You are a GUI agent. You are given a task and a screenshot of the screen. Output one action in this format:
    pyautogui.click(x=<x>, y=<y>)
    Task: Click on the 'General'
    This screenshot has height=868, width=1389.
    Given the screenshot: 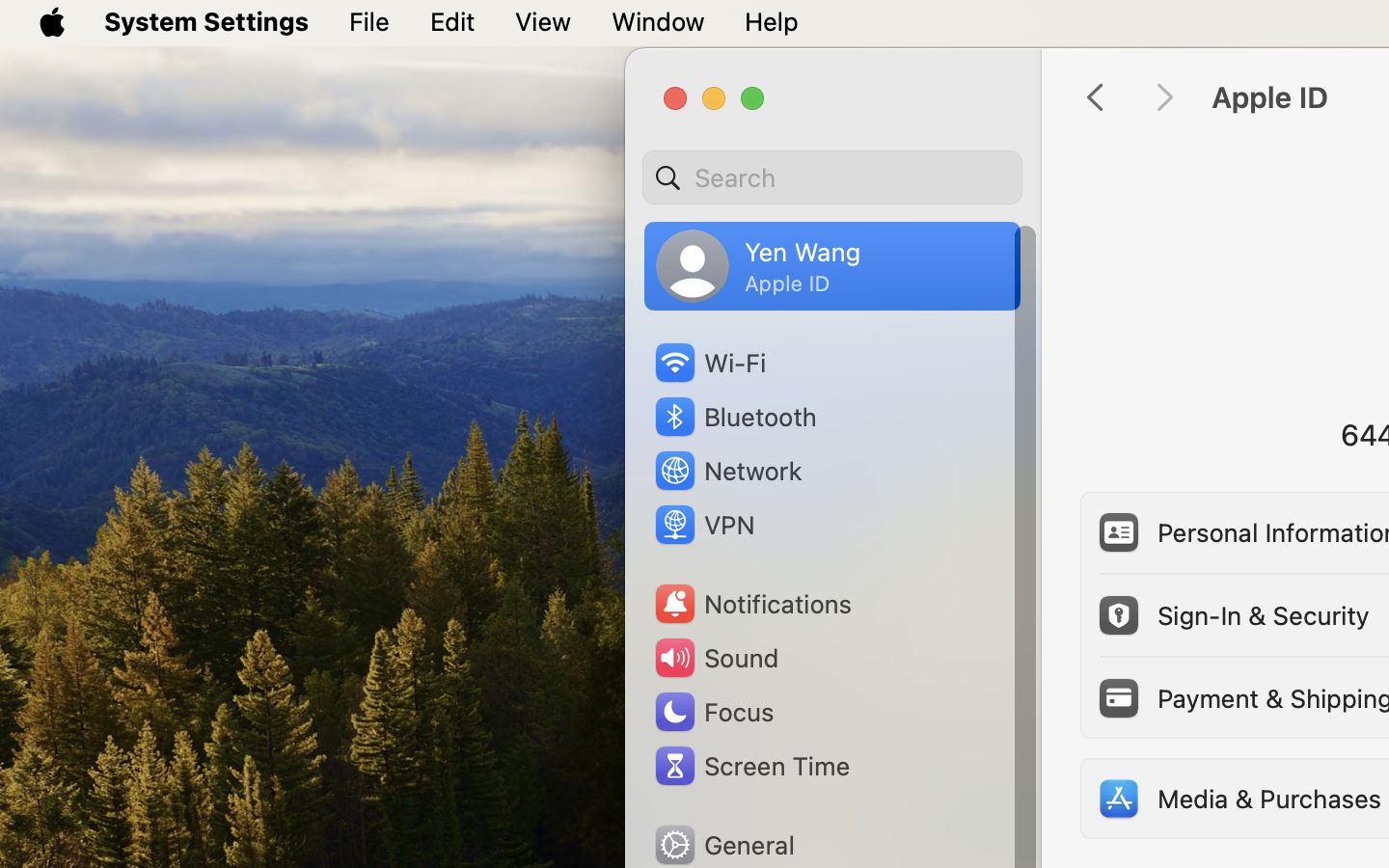 What is the action you would take?
    pyautogui.click(x=722, y=844)
    